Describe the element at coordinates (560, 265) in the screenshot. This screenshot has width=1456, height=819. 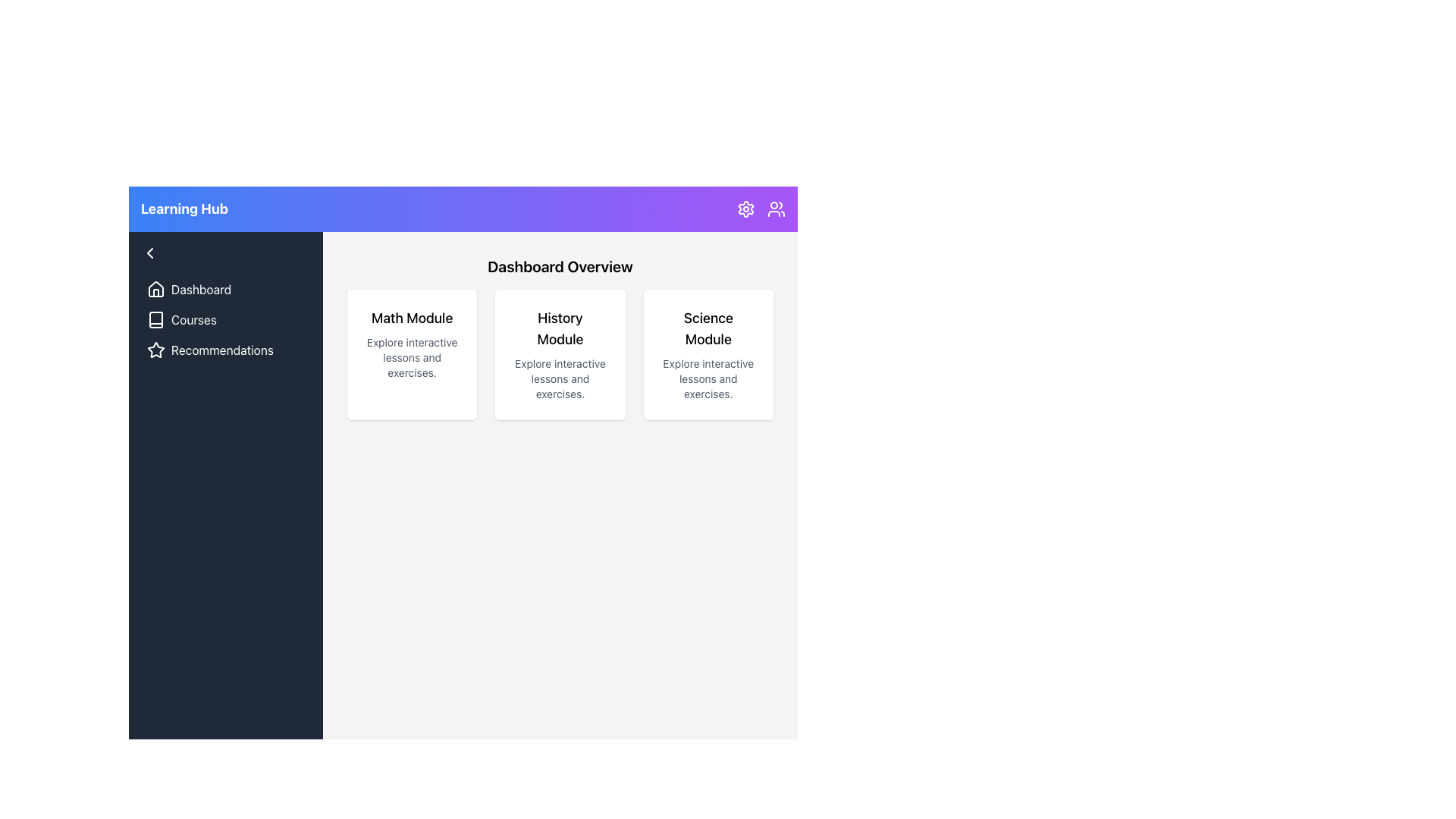
I see `the Text Label that serves as a title or heading for the dashboard section, located at the top of the main content area above the modules grid layout` at that location.